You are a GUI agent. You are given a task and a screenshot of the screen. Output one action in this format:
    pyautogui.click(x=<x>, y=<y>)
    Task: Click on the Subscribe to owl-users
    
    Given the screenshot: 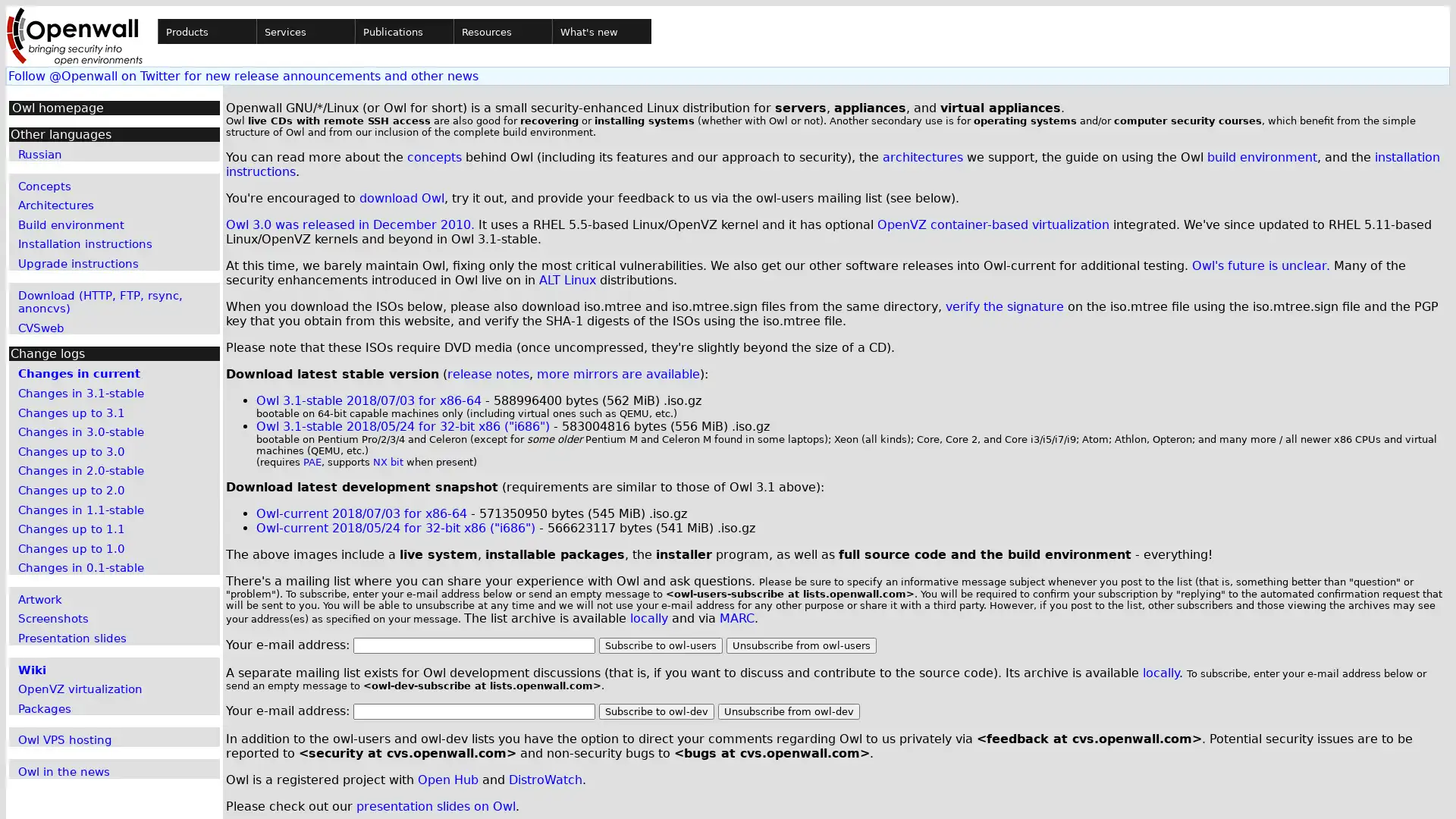 What is the action you would take?
    pyautogui.click(x=660, y=645)
    